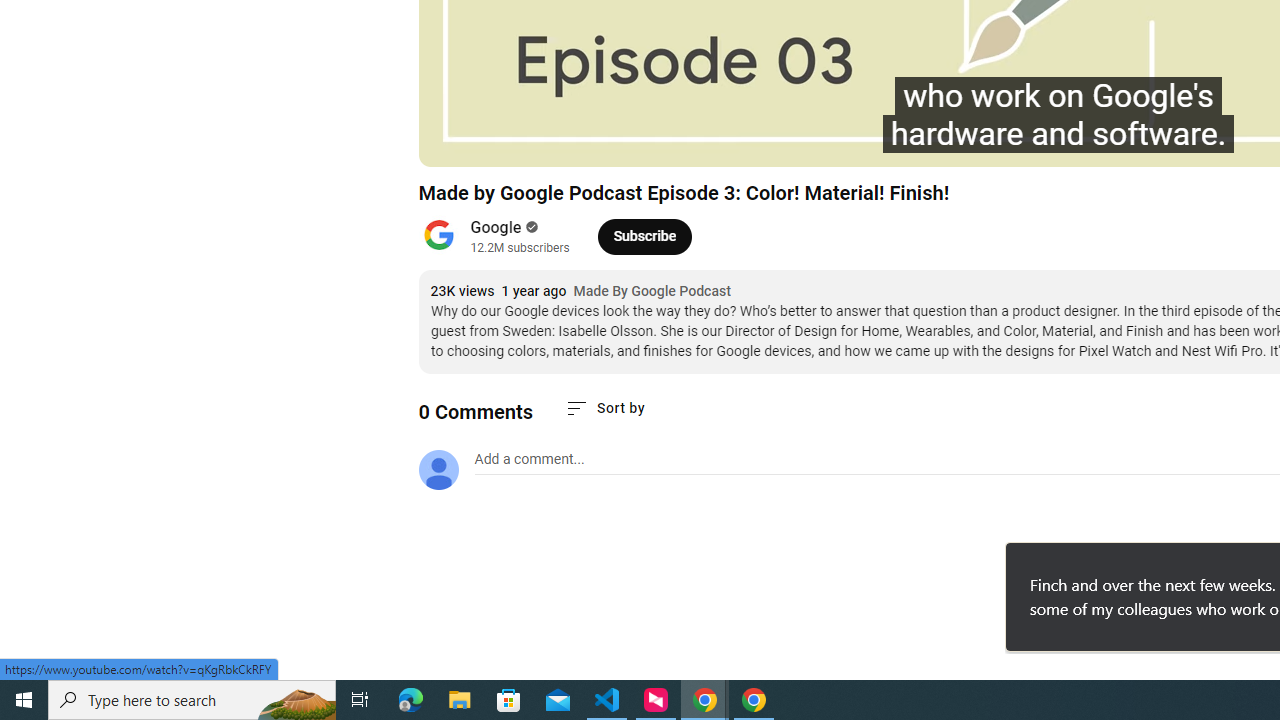 This screenshot has height=720, width=1280. What do you see at coordinates (529, 459) in the screenshot?
I see `'AutomationID: simplebox-placeholder'` at bounding box center [529, 459].